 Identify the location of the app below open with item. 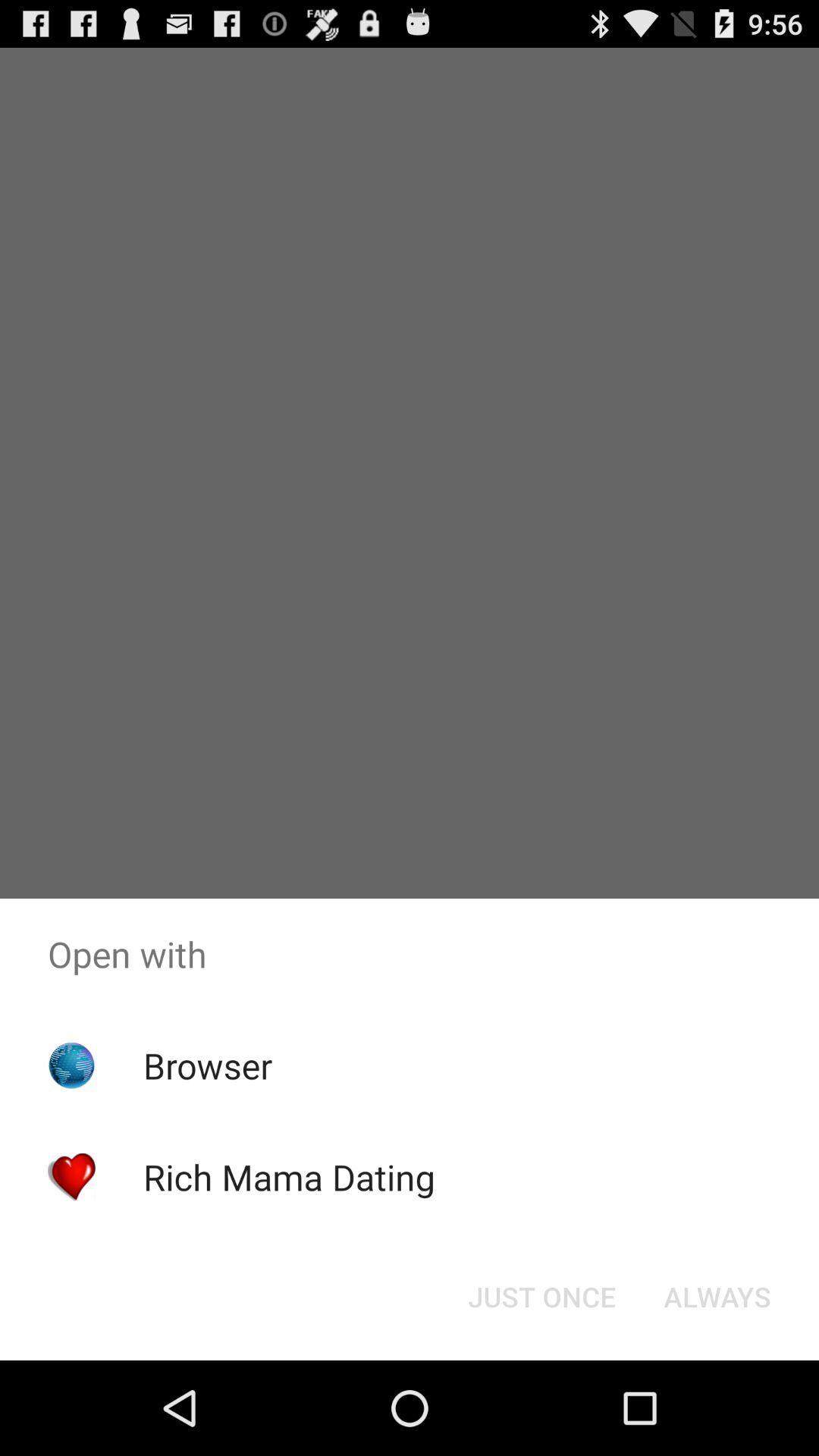
(208, 1065).